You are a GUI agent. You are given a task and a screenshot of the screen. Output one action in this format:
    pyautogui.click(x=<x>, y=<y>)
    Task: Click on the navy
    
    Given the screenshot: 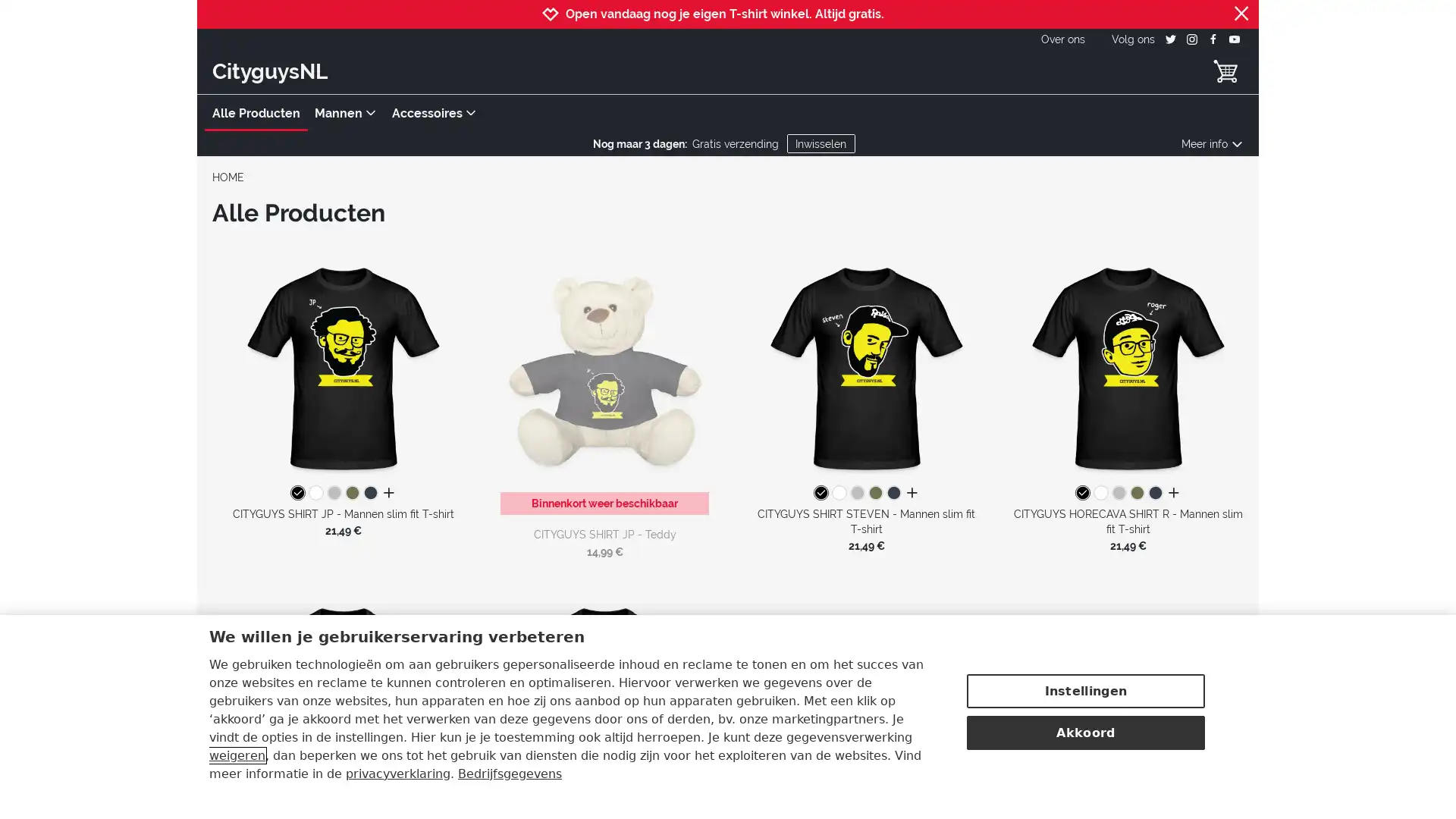 What is the action you would take?
    pyautogui.click(x=370, y=494)
    